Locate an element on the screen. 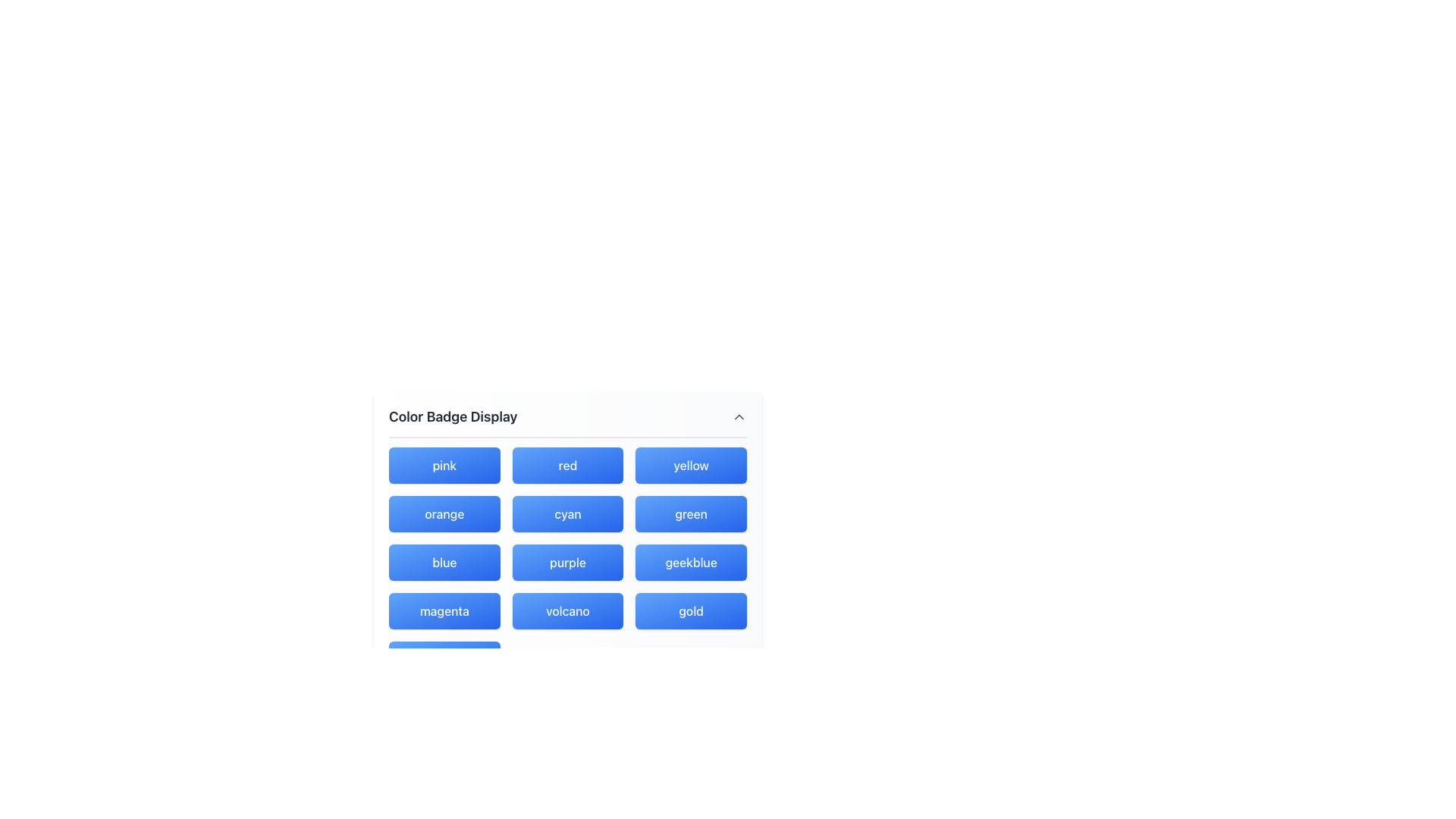  the rectangular button with a gradient blue background and the text 'blue' in bold white font is located at coordinates (444, 562).